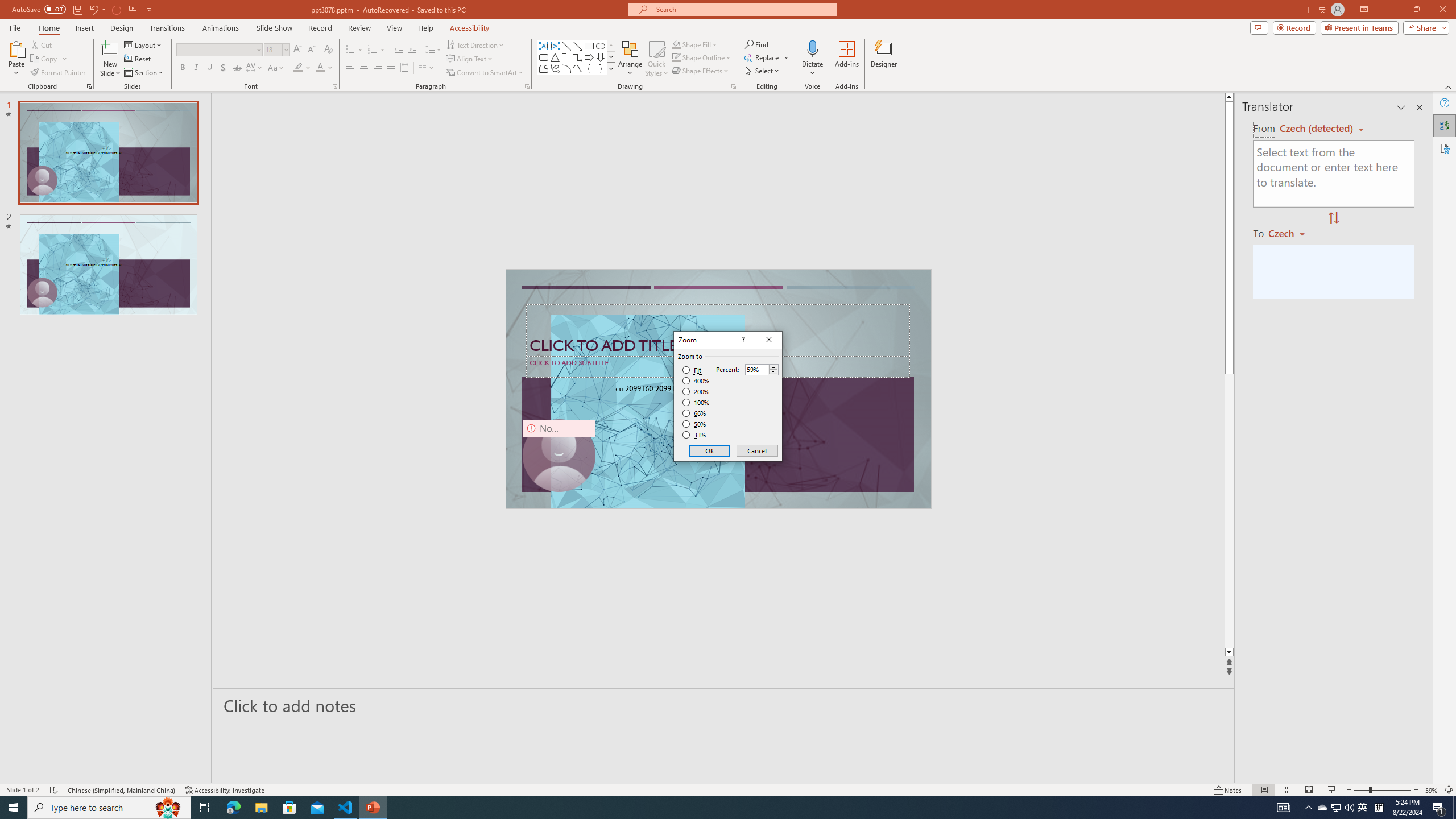 This screenshot has height=819, width=1456. I want to click on 'Czech', so click(1291, 233).